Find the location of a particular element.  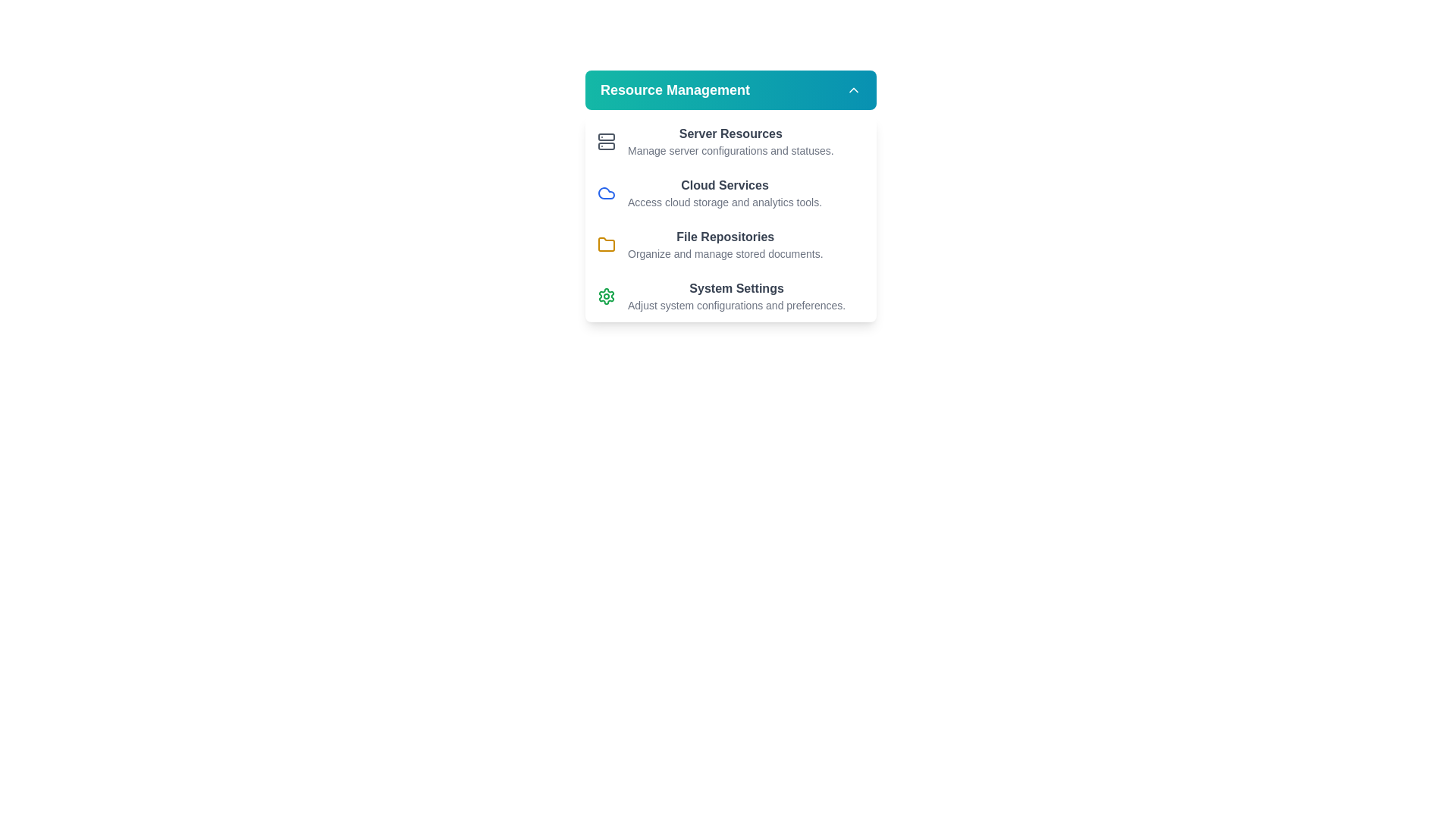

the 'File Repositories' icon located to the left of the 'File Repositories' label in the 'Resource Management' menu is located at coordinates (607, 243).